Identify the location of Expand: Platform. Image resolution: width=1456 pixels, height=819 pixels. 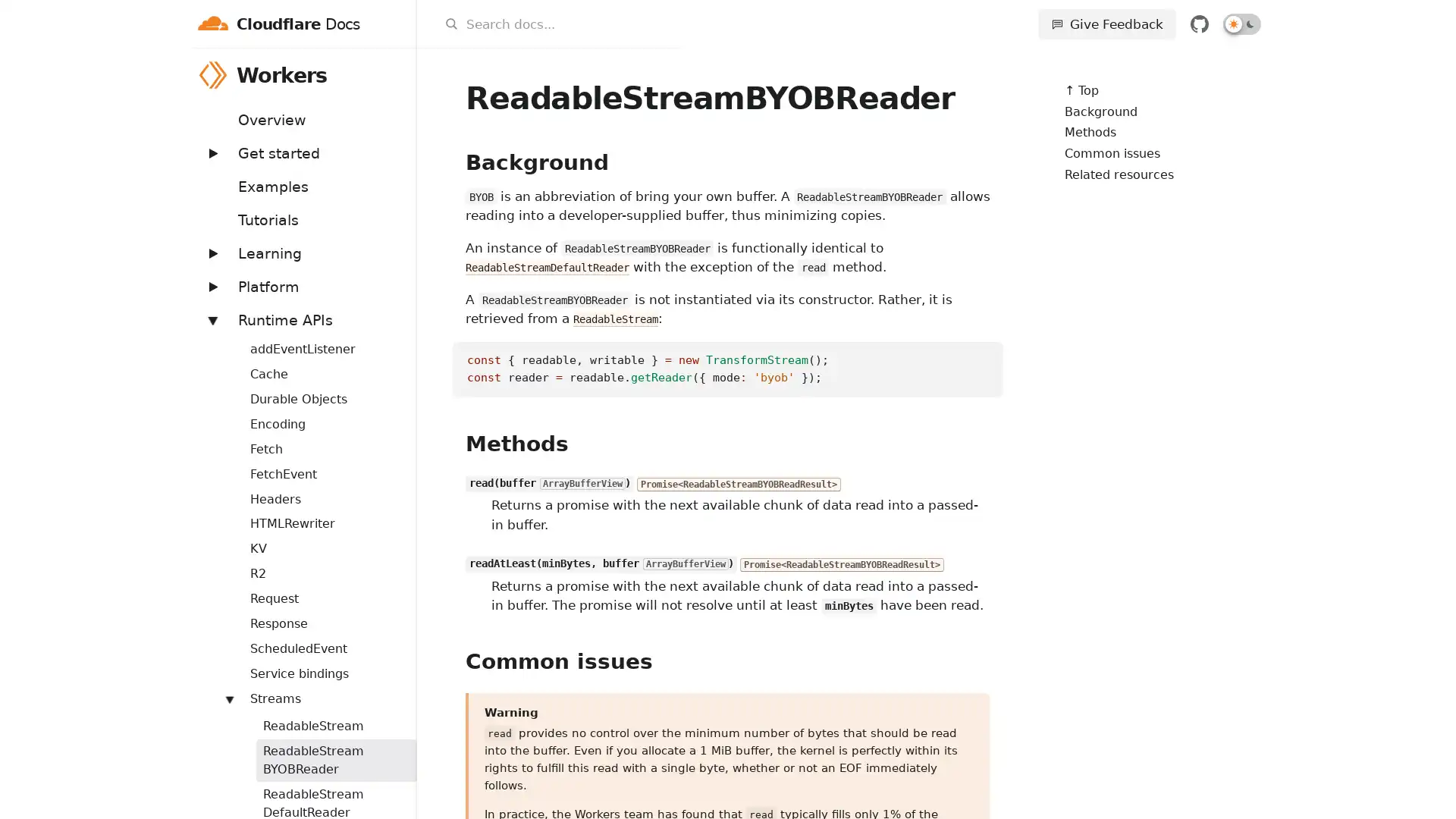
(211, 286).